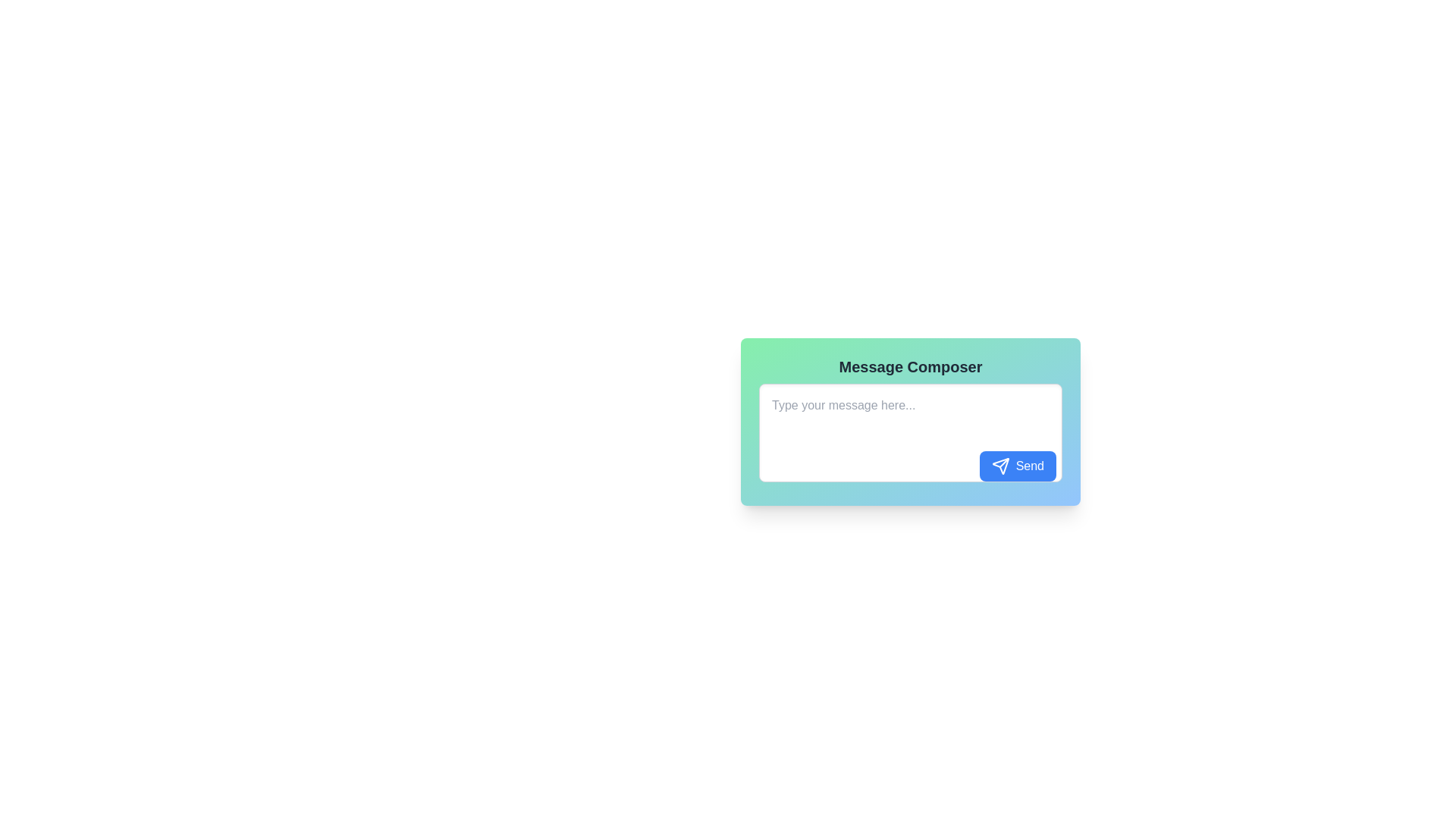  I want to click on the send button located in the bottom-right corner of the 'Message Composer' dialog box to potentially see visual feedback, so click(1018, 465).